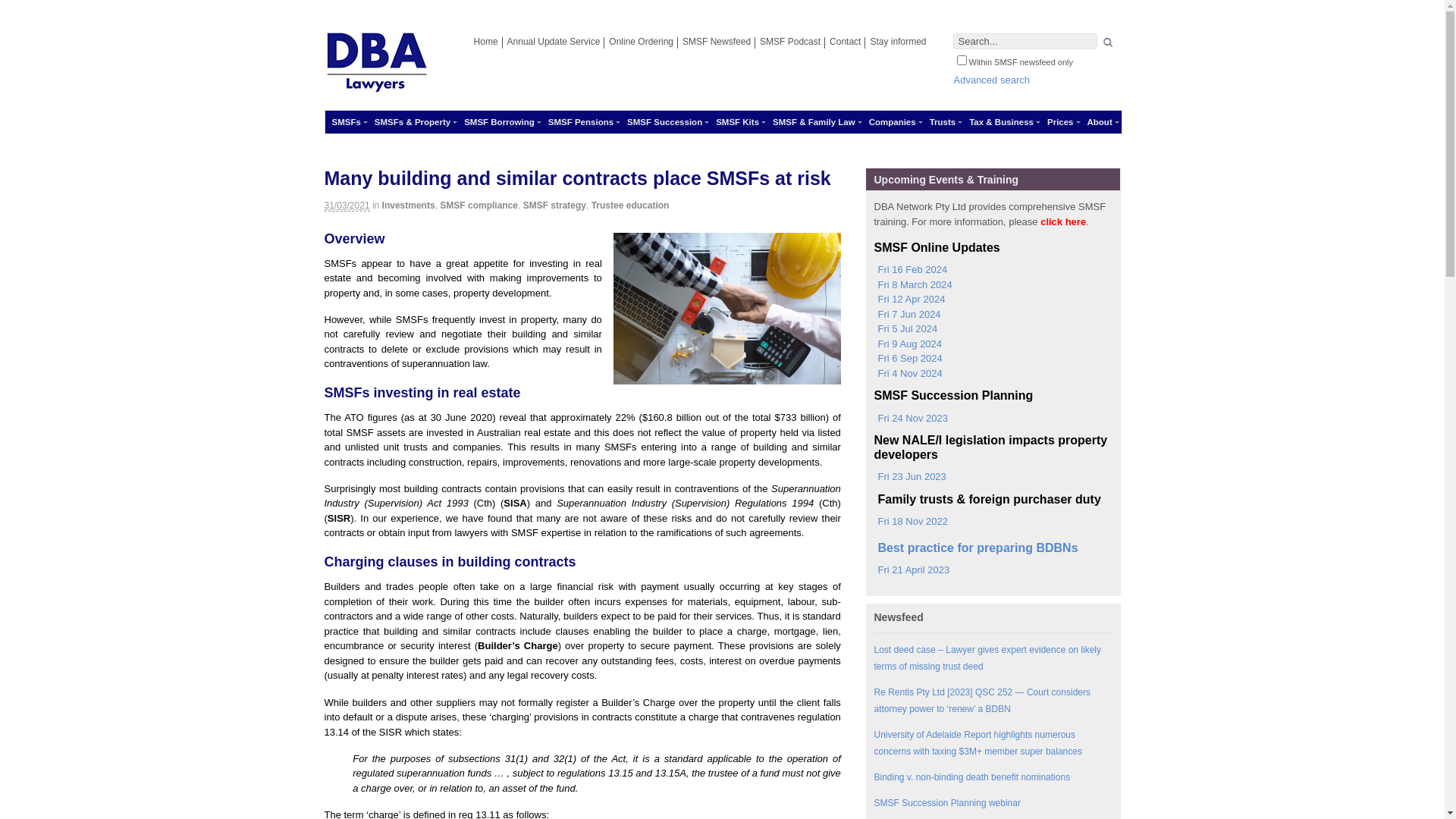 This screenshot has height=819, width=1456. Describe the element at coordinates (906, 314) in the screenshot. I see `'Fri 7 Jun 2024'` at that location.